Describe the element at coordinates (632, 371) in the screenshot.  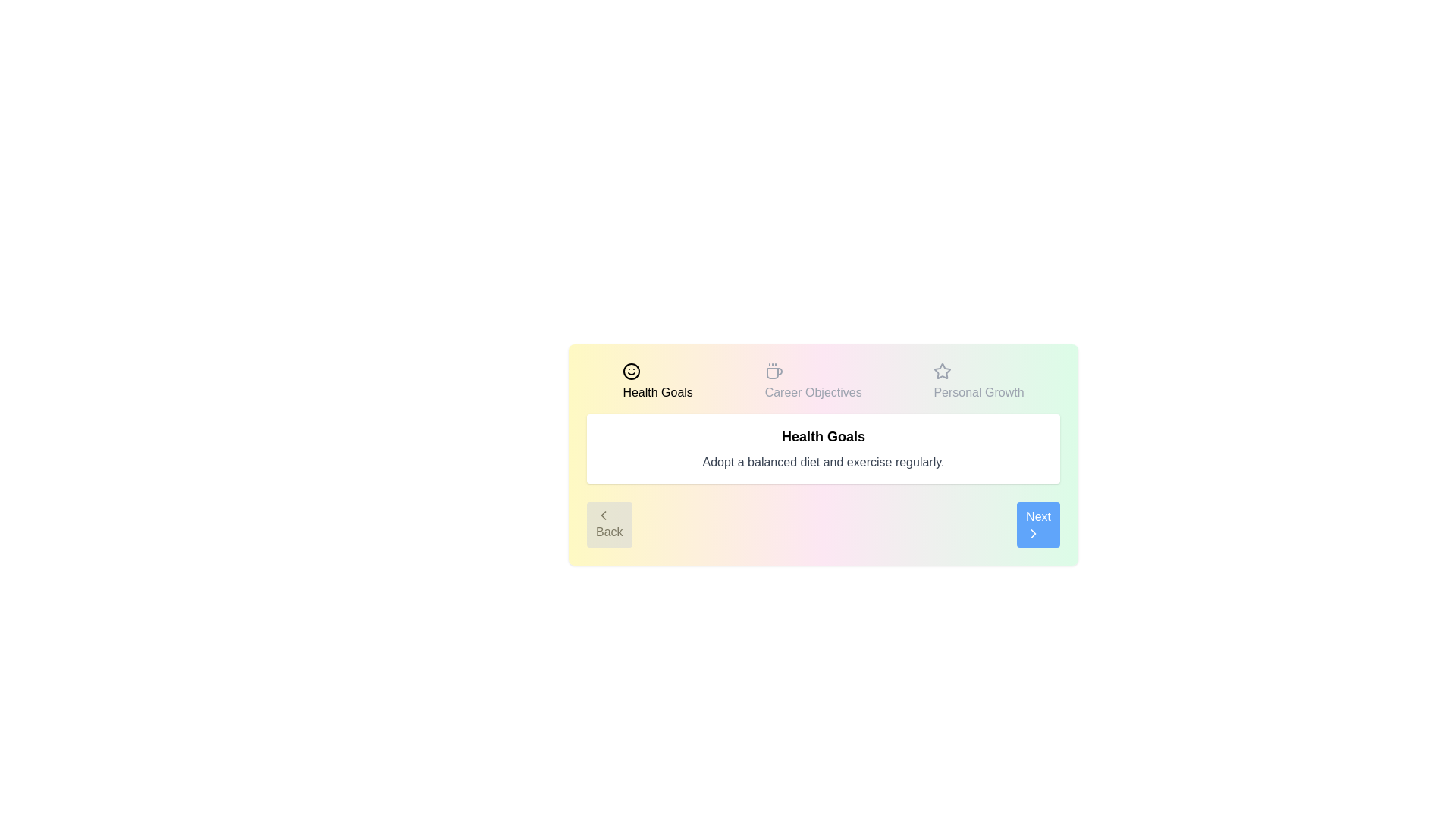
I see `the icon of the current step (Health Goals) to view its details` at that location.